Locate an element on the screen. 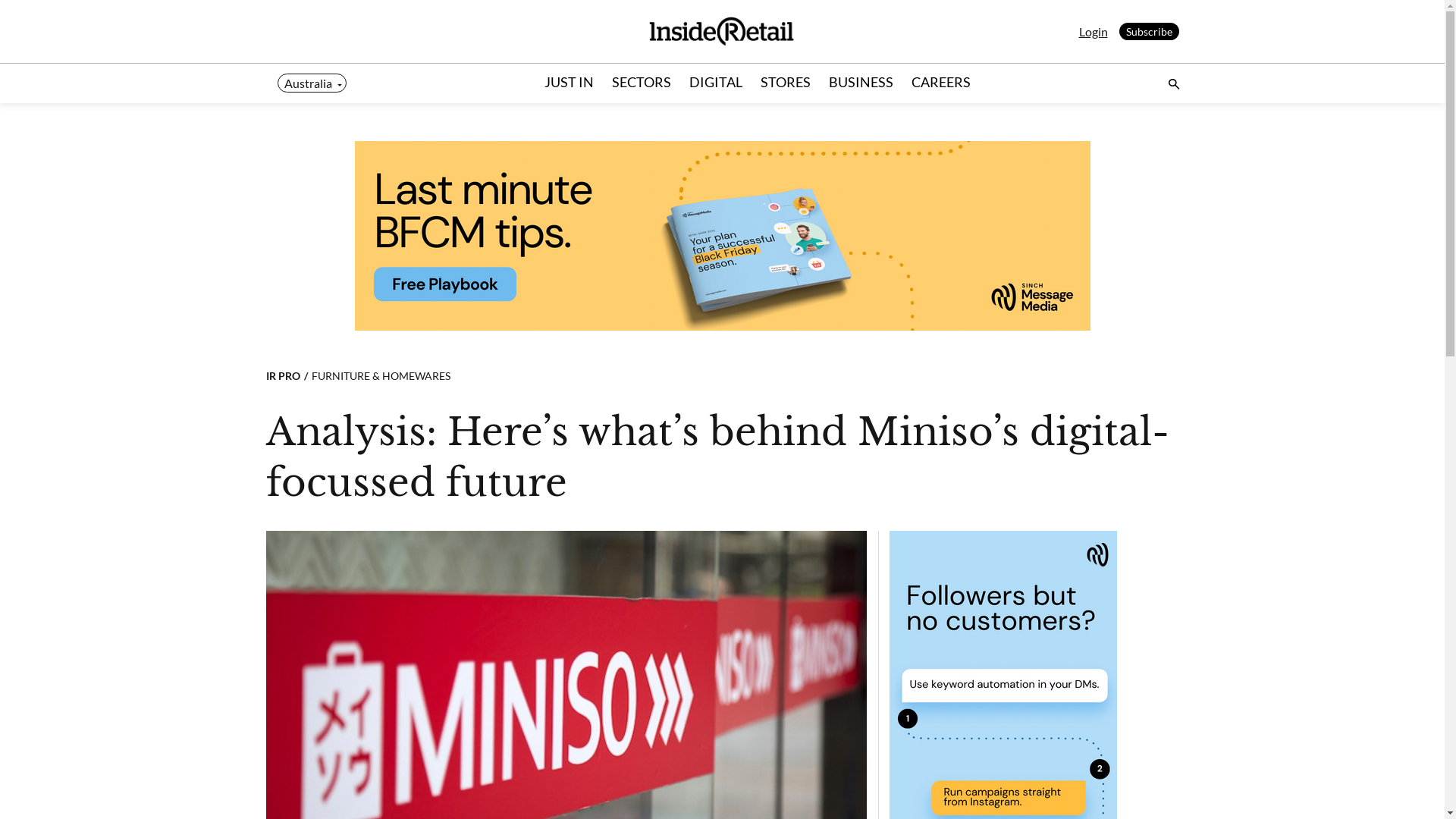 The width and height of the screenshot is (1456, 819). 'Australia' is located at coordinates (311, 83).